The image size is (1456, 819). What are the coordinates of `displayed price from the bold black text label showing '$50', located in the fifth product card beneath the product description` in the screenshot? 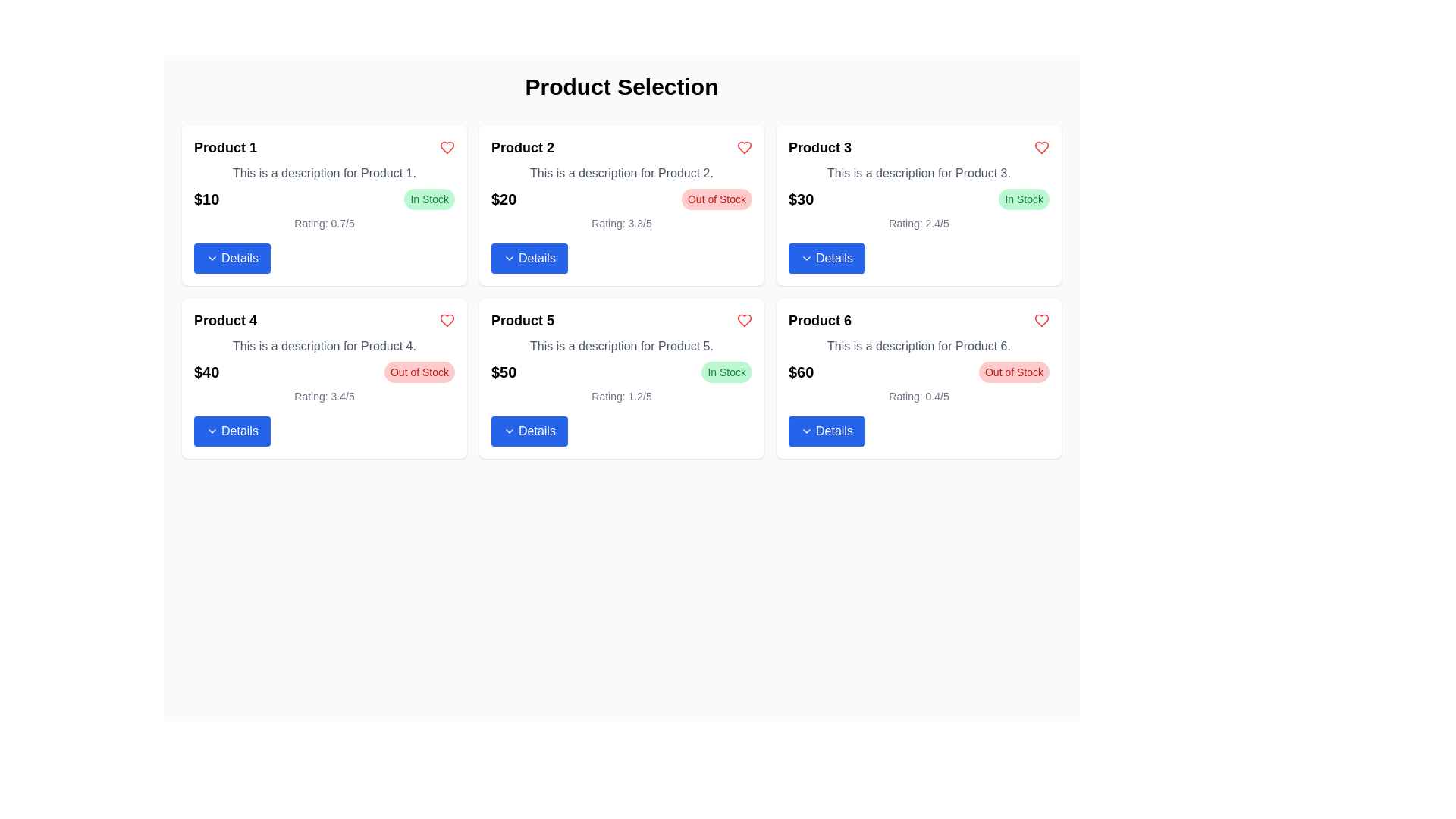 It's located at (504, 372).